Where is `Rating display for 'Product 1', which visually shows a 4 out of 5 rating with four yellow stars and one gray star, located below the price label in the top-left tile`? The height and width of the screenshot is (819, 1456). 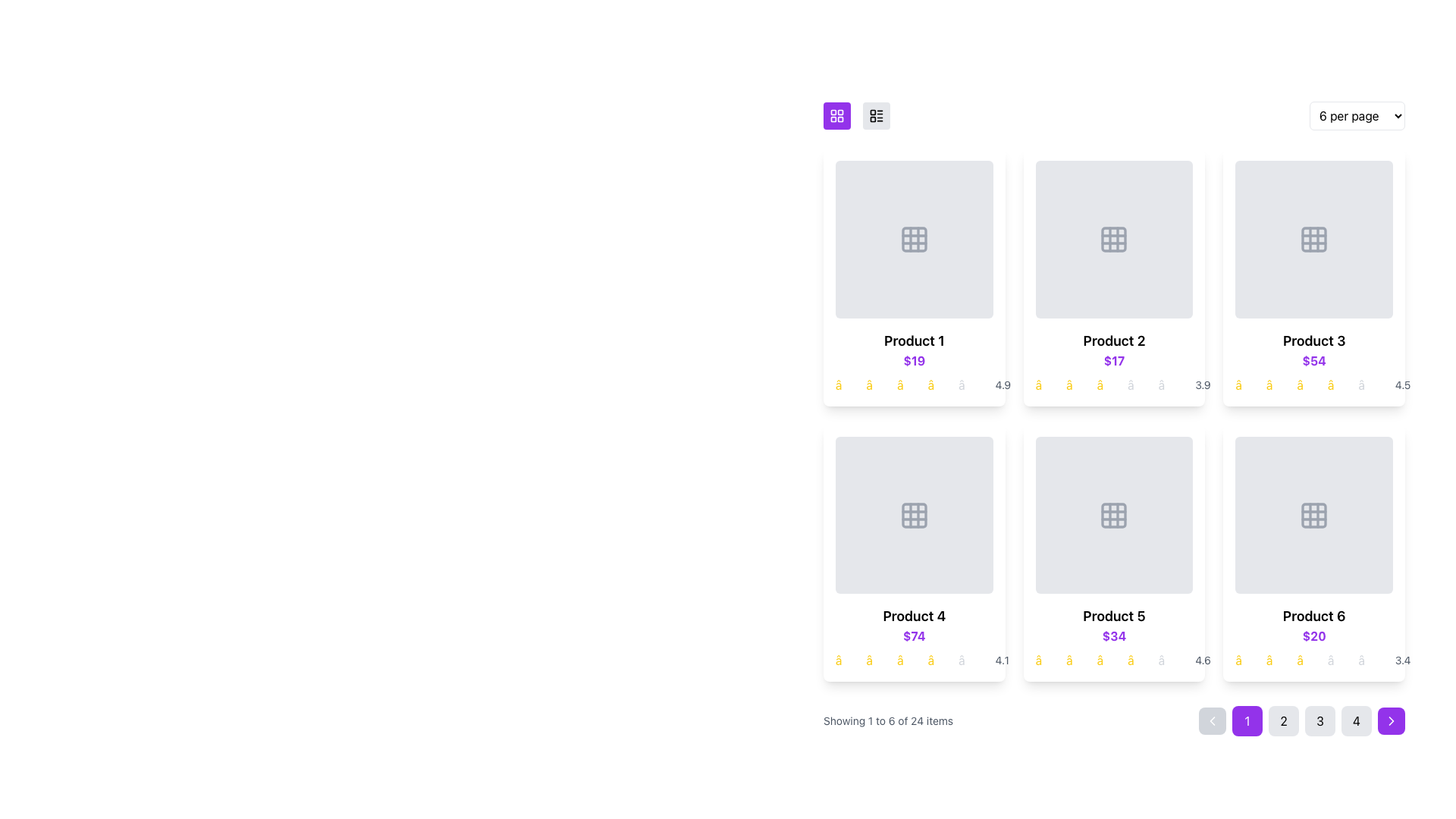
Rating display for 'Product 1', which visually shows a 4 out of 5 rating with four yellow stars and one gray star, located below the price label in the top-left tile is located at coordinates (912, 384).